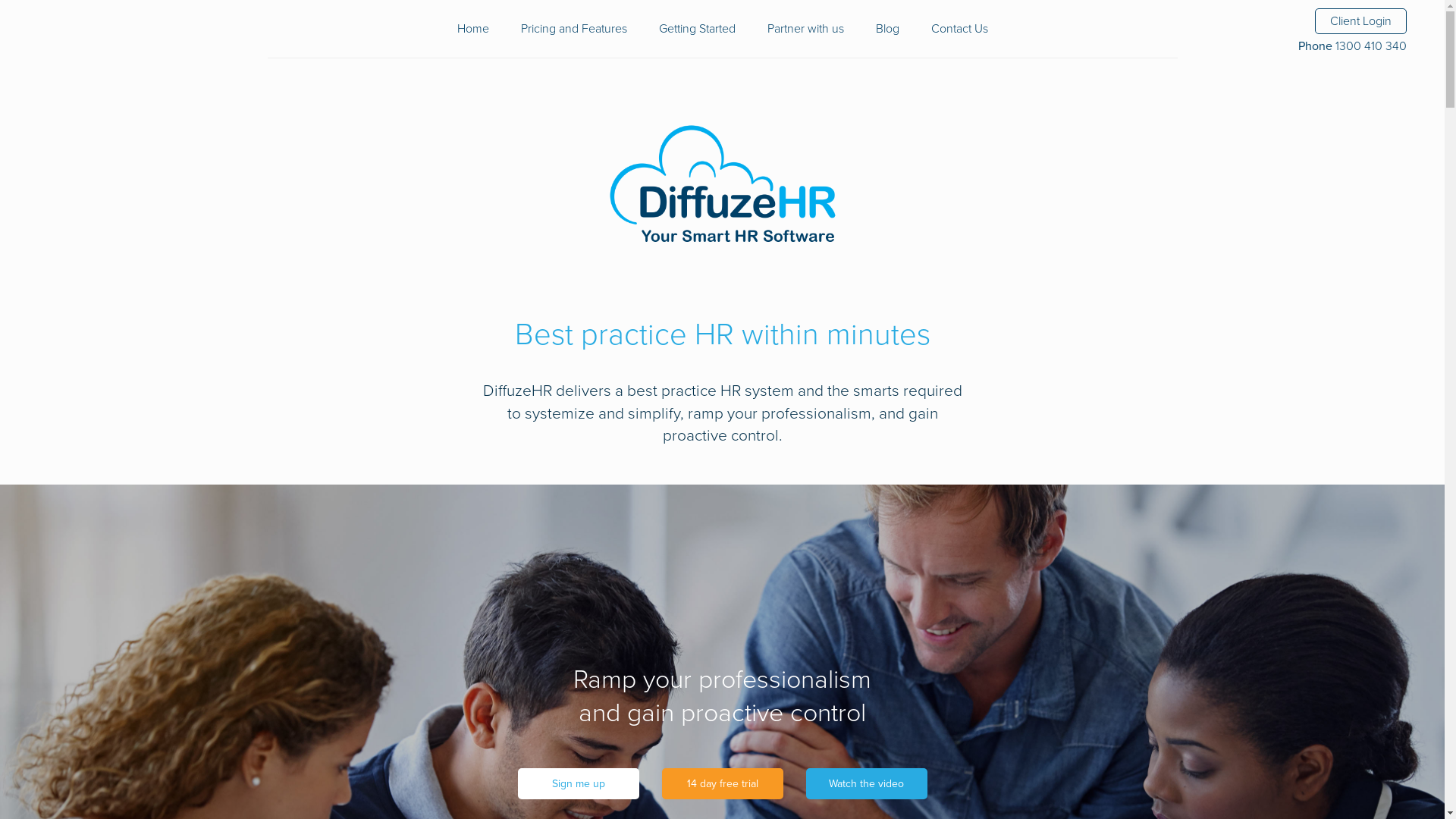  I want to click on 'Pricing and Features', so click(573, 29).